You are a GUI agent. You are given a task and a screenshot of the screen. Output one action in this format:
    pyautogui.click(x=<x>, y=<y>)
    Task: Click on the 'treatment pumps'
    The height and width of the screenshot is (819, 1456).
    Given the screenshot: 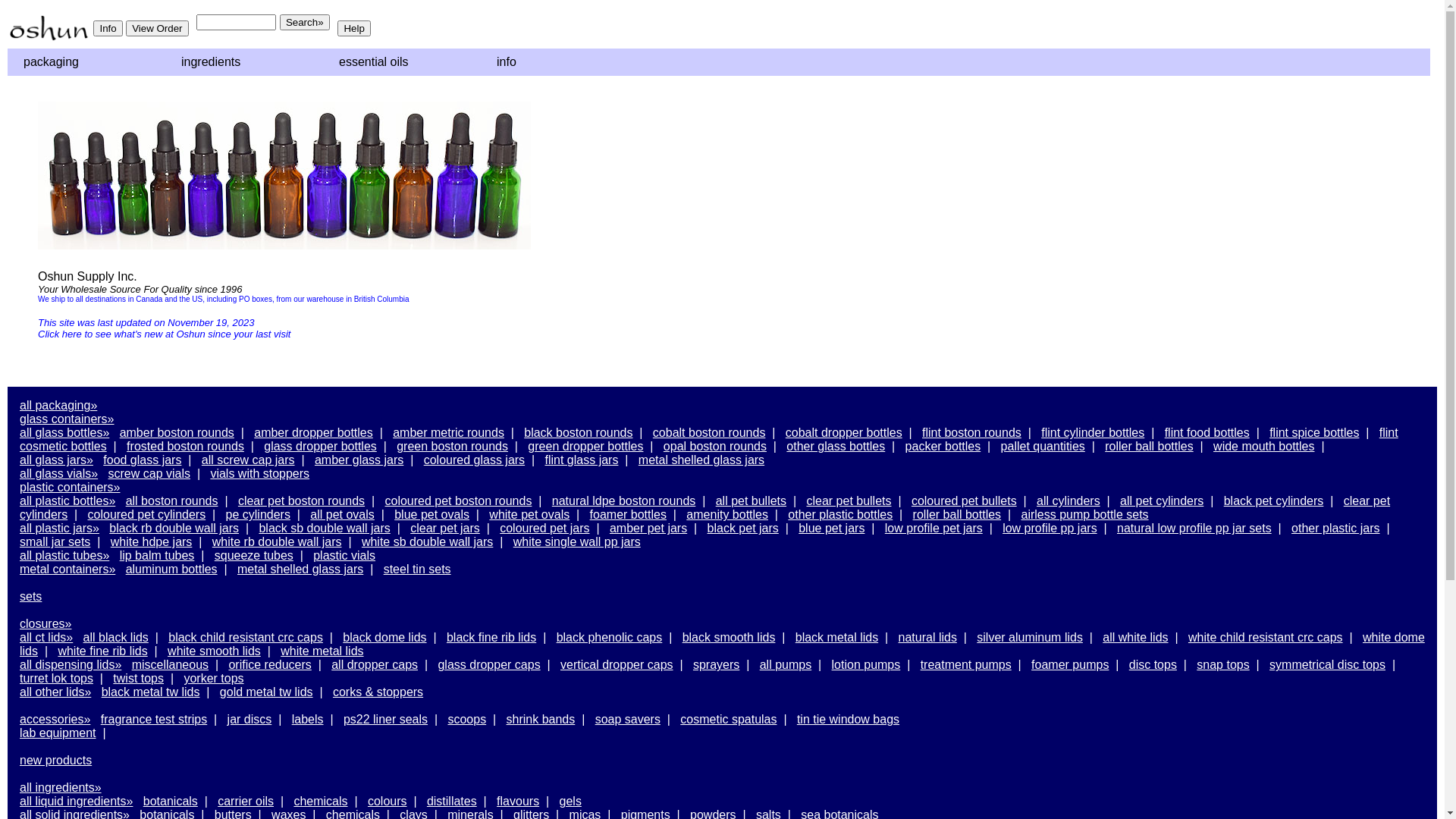 What is the action you would take?
    pyautogui.click(x=965, y=664)
    